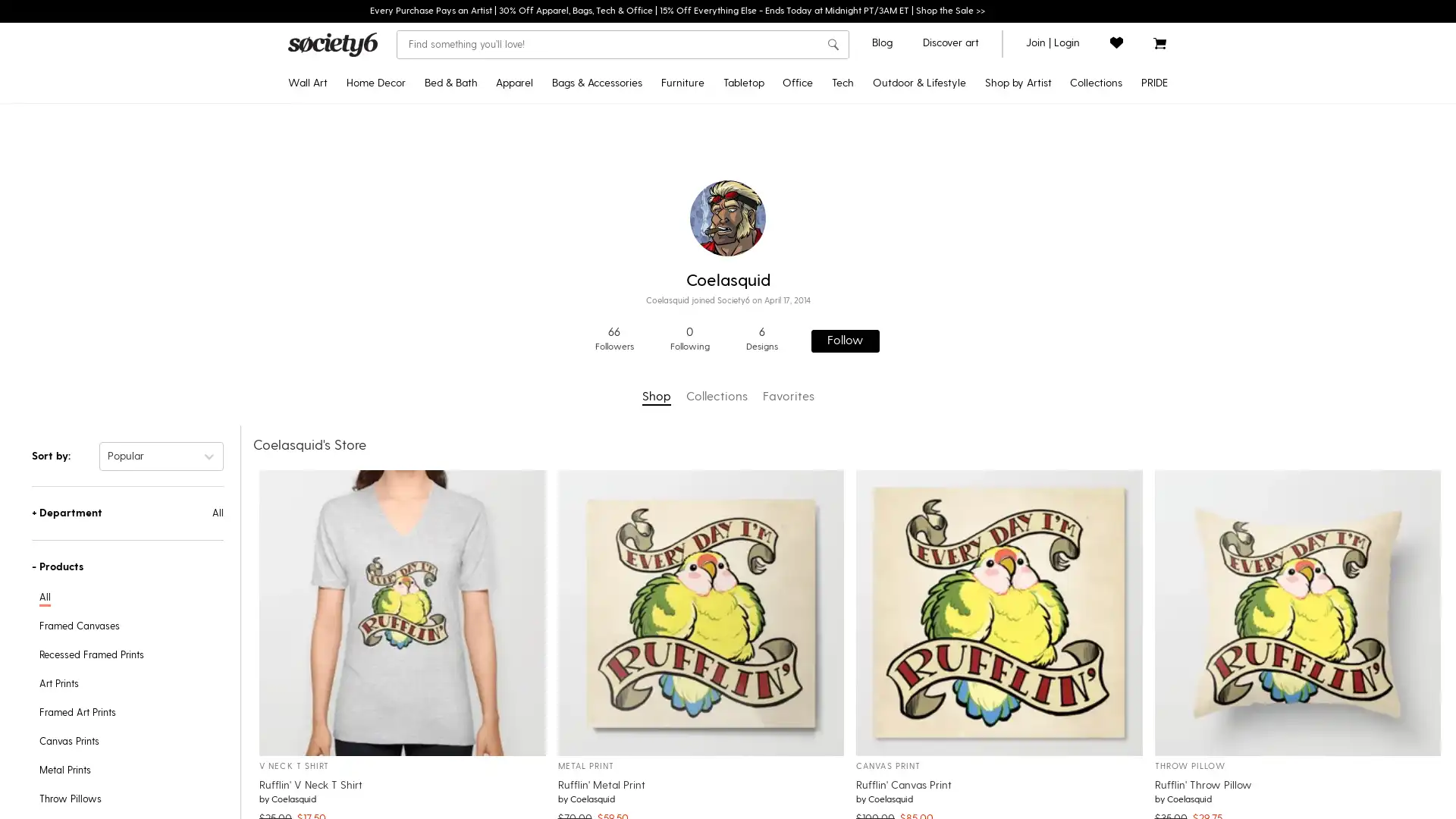 Image resolution: width=1456 pixels, height=819 pixels. Describe the element at coordinates (1040, 415) in the screenshot. I see `Introducing: Tabletop Textiles` at that location.